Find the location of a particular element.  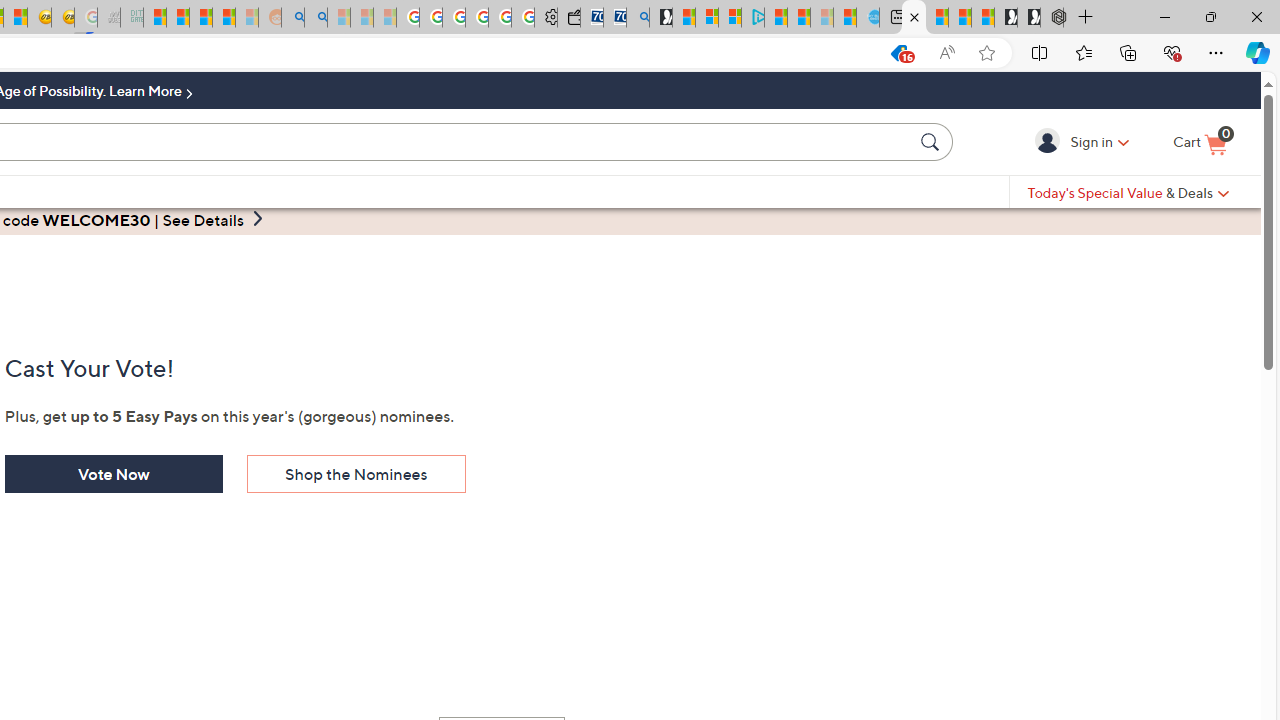

'Shop the Nominees' is located at coordinates (356, 474).